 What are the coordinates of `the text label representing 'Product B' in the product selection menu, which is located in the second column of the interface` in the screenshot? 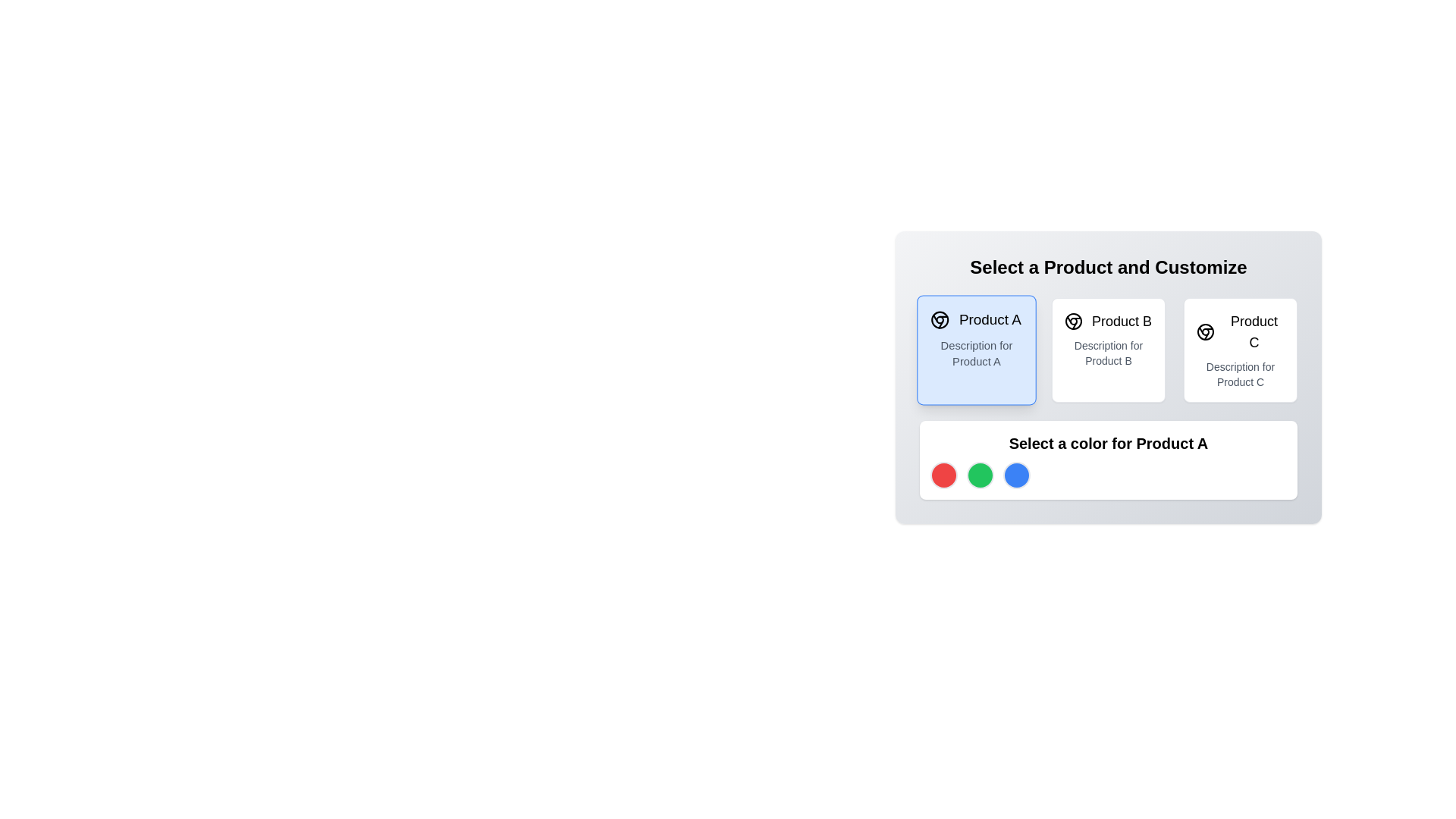 It's located at (1122, 321).